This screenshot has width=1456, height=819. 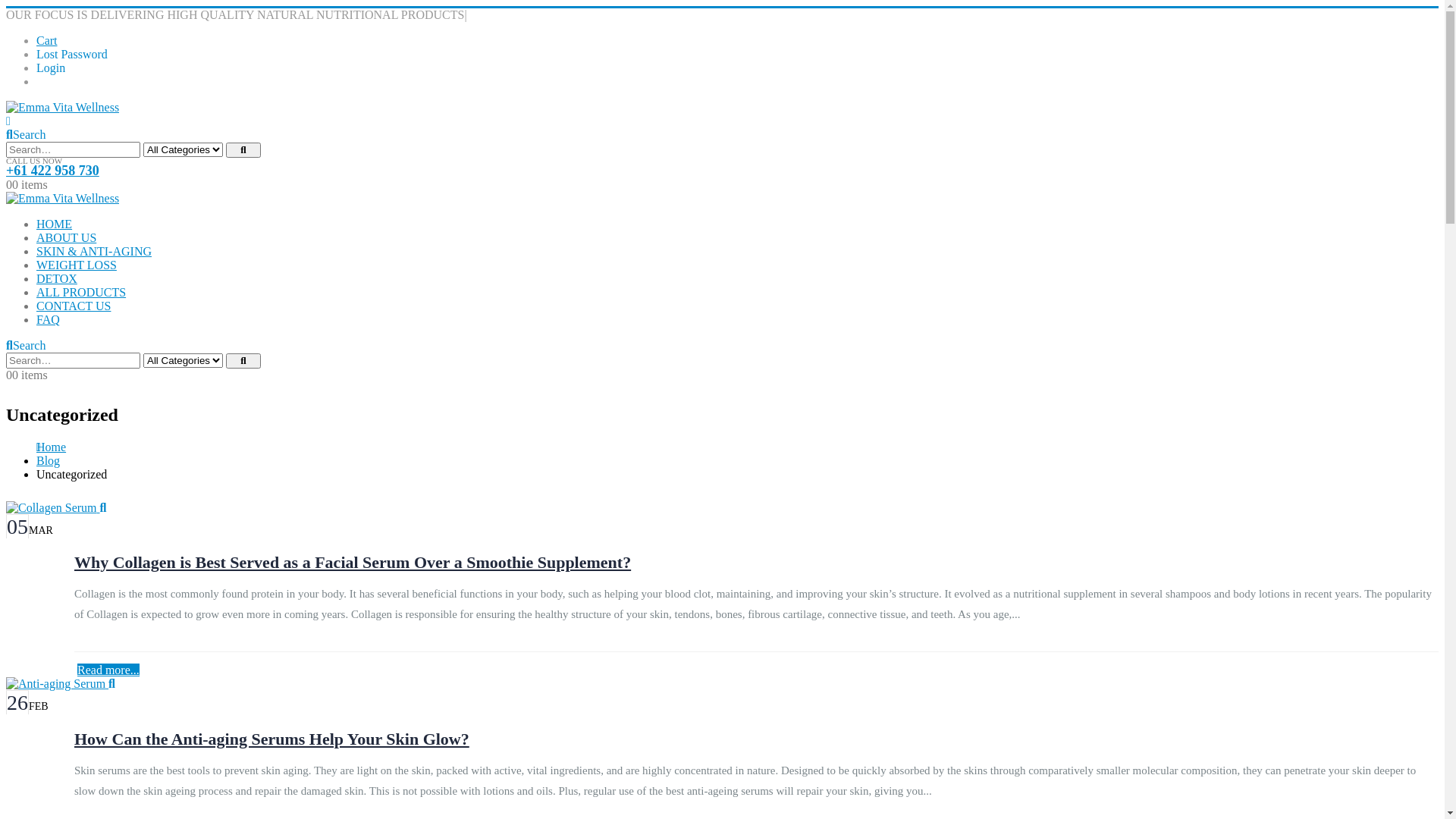 What do you see at coordinates (36, 460) in the screenshot?
I see `'Blog'` at bounding box center [36, 460].